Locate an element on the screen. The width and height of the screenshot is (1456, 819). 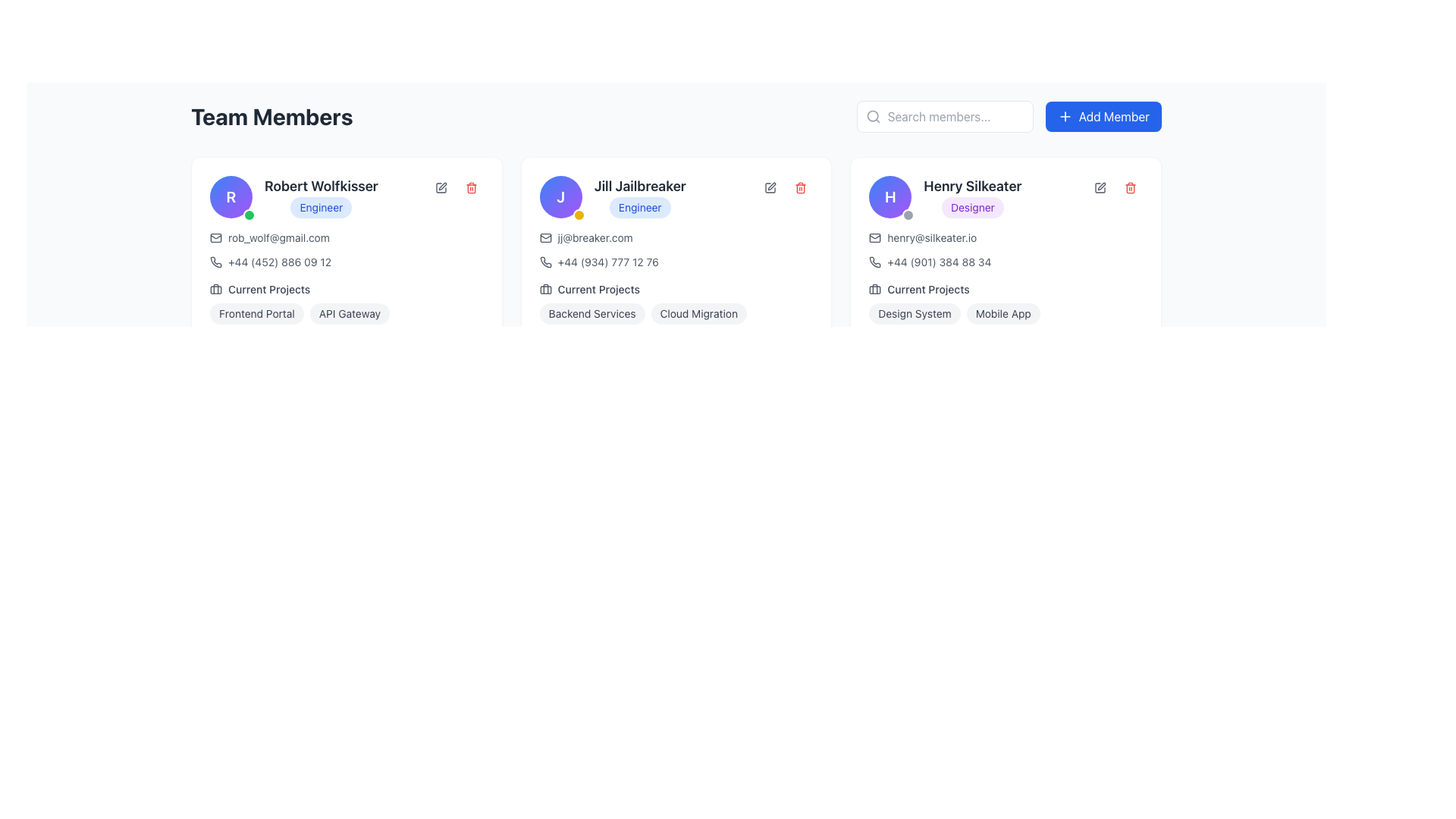
the small square button with a pencil icon located in the top-right corner of Henry Silkeater's card to initiate the edit action is located at coordinates (1100, 187).